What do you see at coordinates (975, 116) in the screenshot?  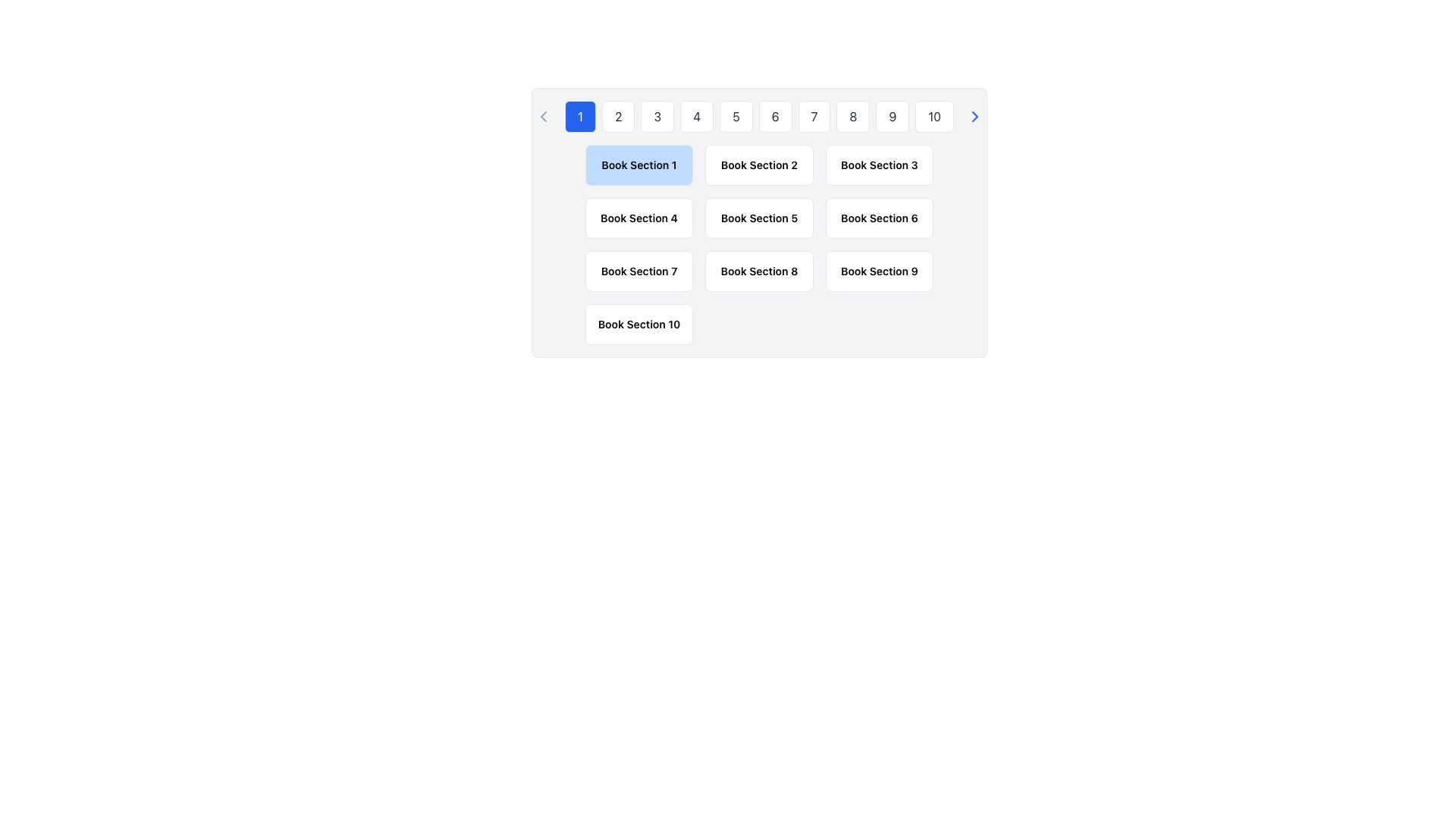 I see `the blue chevron icon button located at the far right end of the horizontal navigation bar` at bounding box center [975, 116].